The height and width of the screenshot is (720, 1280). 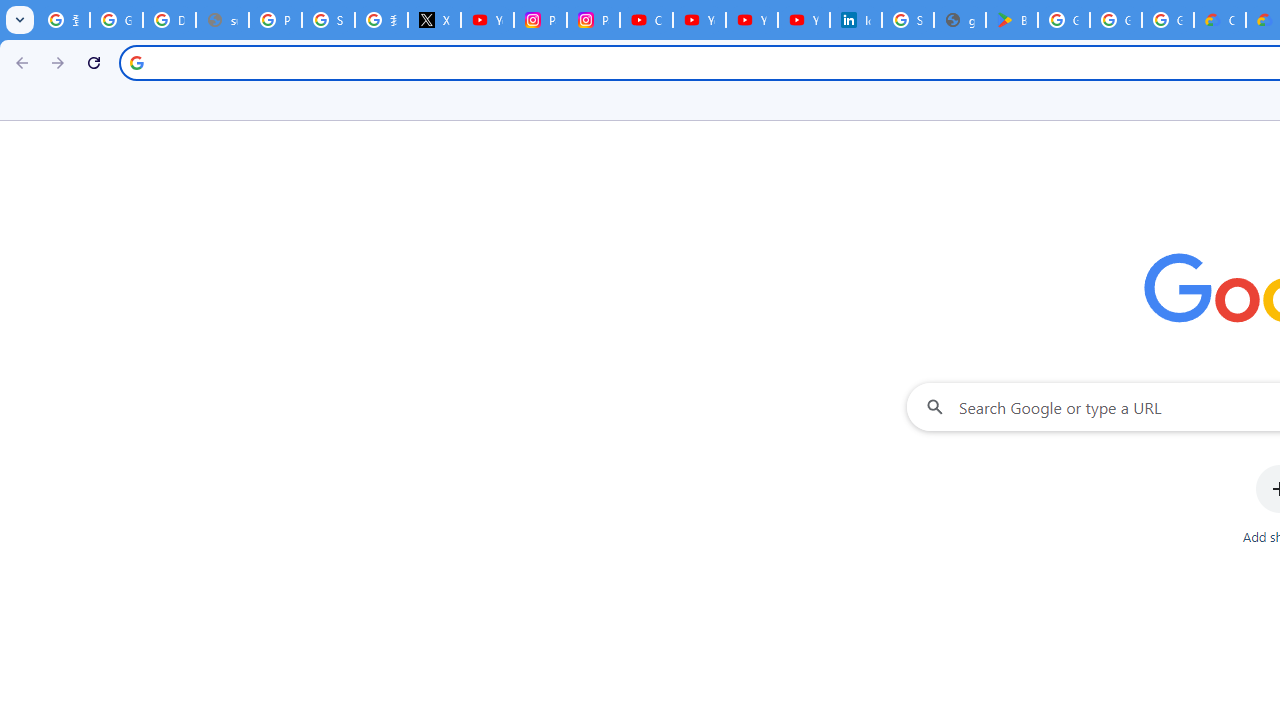 What do you see at coordinates (751, 20) in the screenshot?
I see `'YouTube Culture & Trends - YouTube Top 10, 2021'` at bounding box center [751, 20].